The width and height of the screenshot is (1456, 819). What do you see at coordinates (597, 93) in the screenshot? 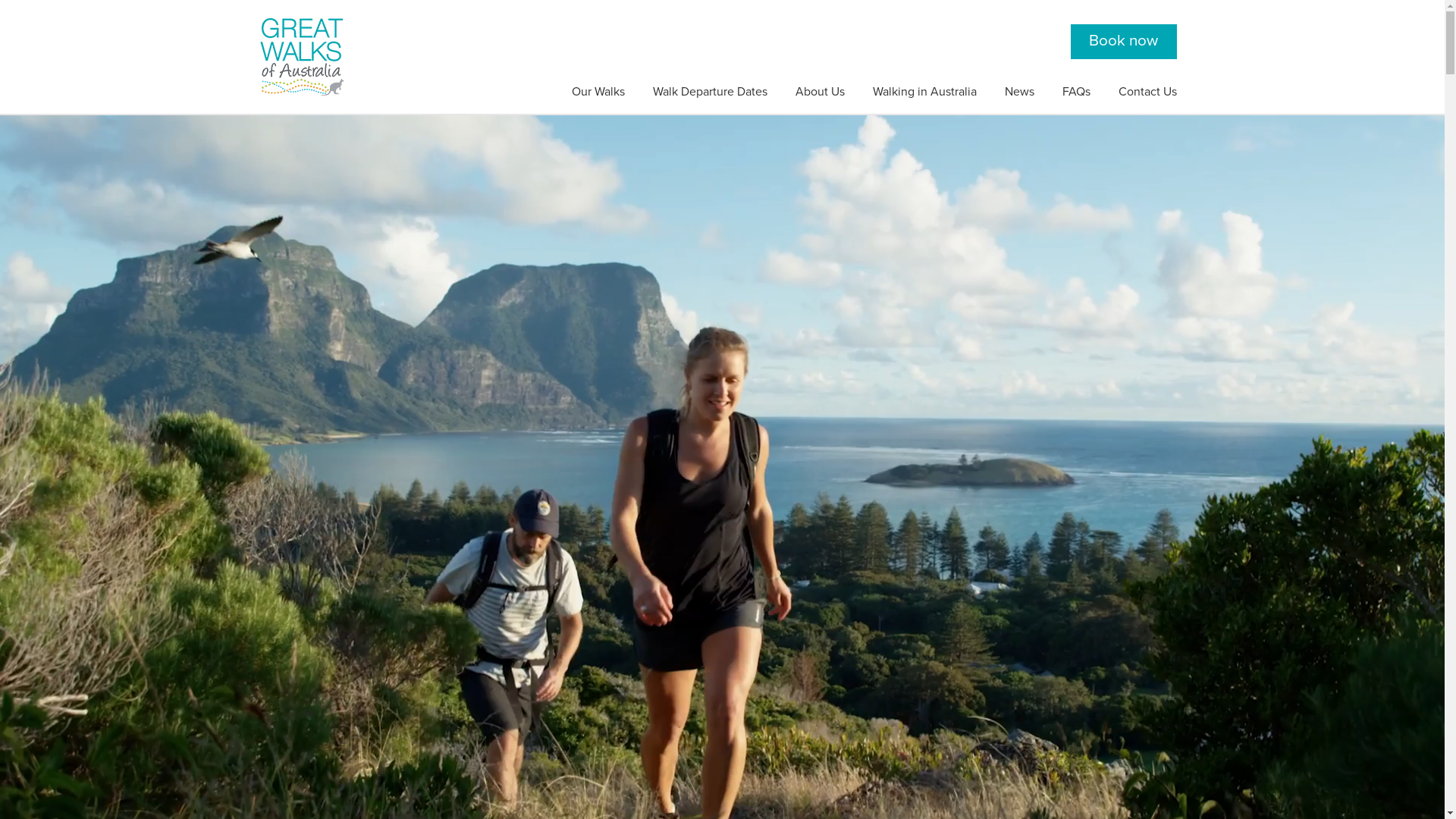
I see `'Our Walks'` at bounding box center [597, 93].